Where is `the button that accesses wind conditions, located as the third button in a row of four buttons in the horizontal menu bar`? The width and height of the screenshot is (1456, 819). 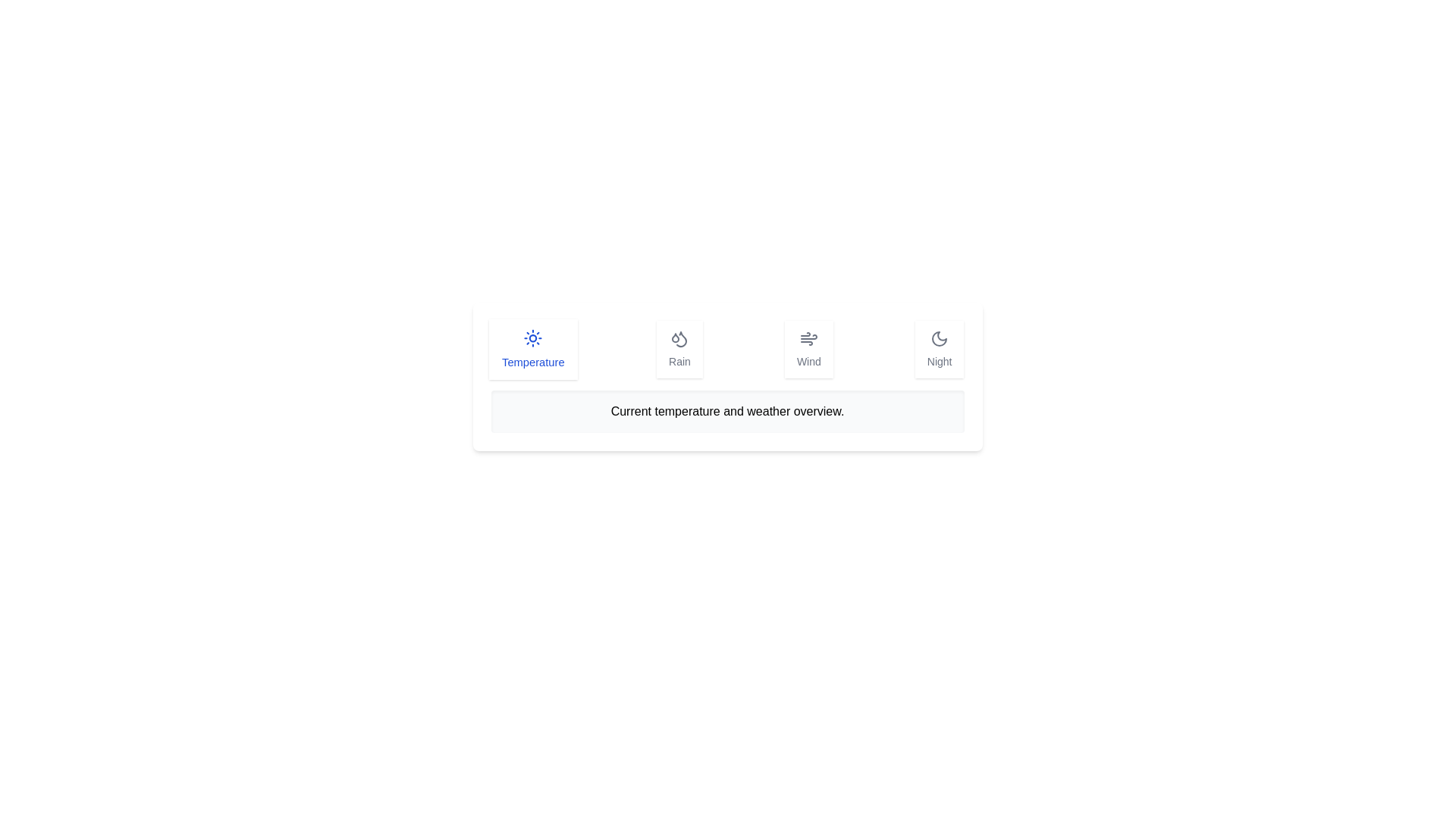
the button that accesses wind conditions, located as the third button in a row of four buttons in the horizontal menu bar is located at coordinates (808, 350).